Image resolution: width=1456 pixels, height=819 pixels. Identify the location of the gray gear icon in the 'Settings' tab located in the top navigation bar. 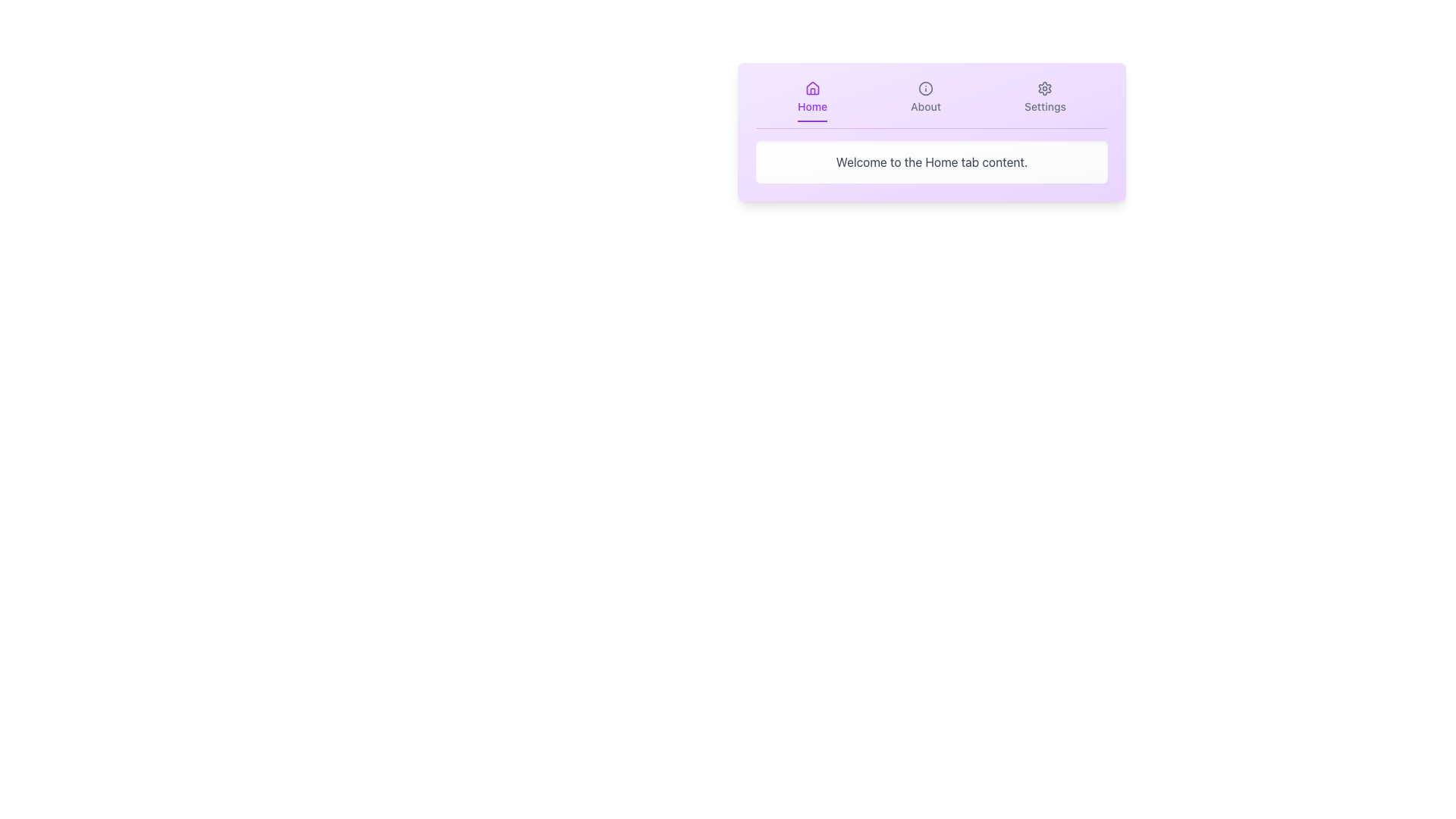
(1044, 88).